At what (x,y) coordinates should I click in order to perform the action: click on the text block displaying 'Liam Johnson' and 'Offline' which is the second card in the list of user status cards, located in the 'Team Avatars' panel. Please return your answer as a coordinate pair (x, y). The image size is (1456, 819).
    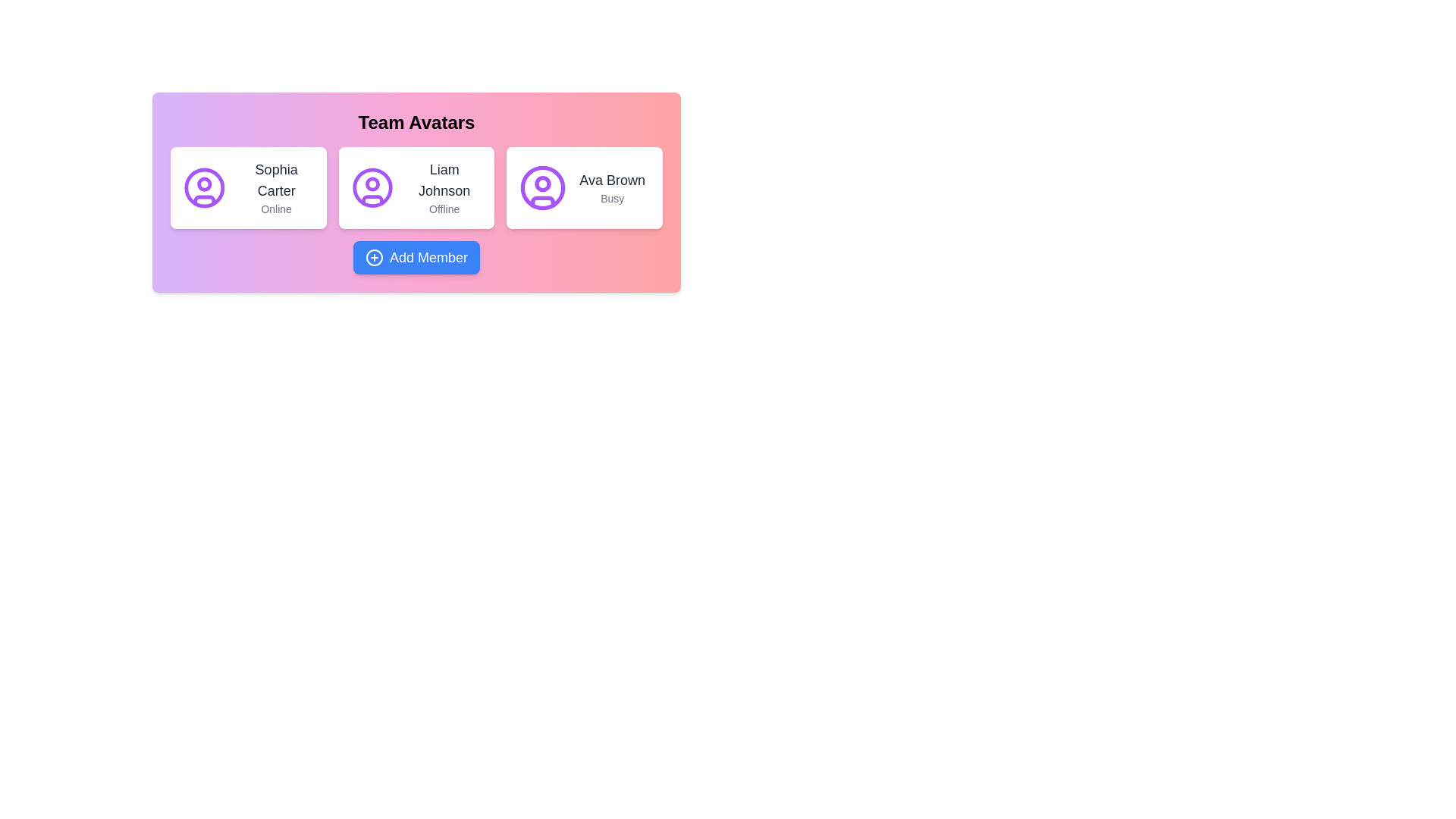
    Looking at the image, I should click on (444, 187).